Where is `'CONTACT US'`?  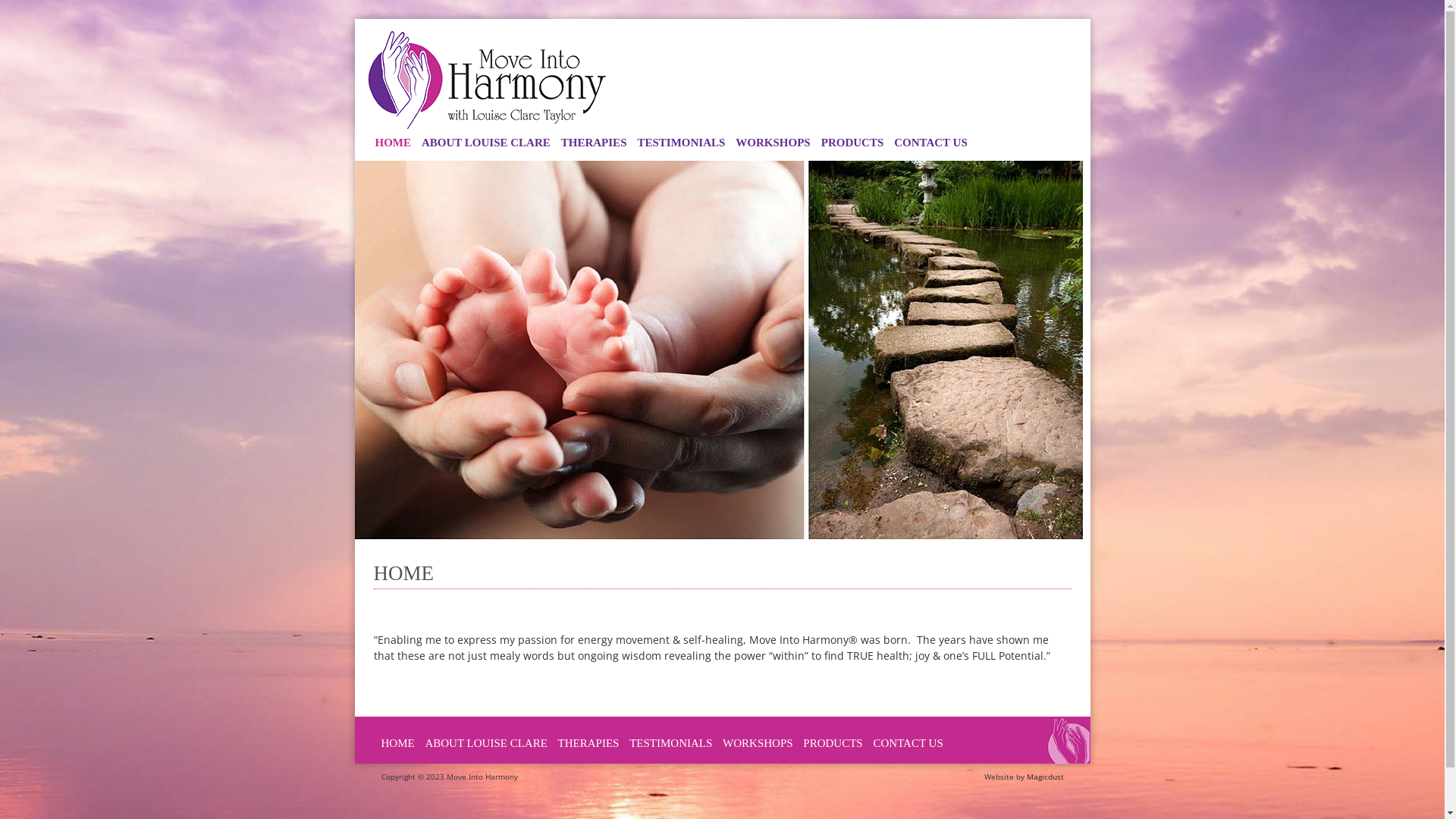
'CONTACT US' is located at coordinates (873, 742).